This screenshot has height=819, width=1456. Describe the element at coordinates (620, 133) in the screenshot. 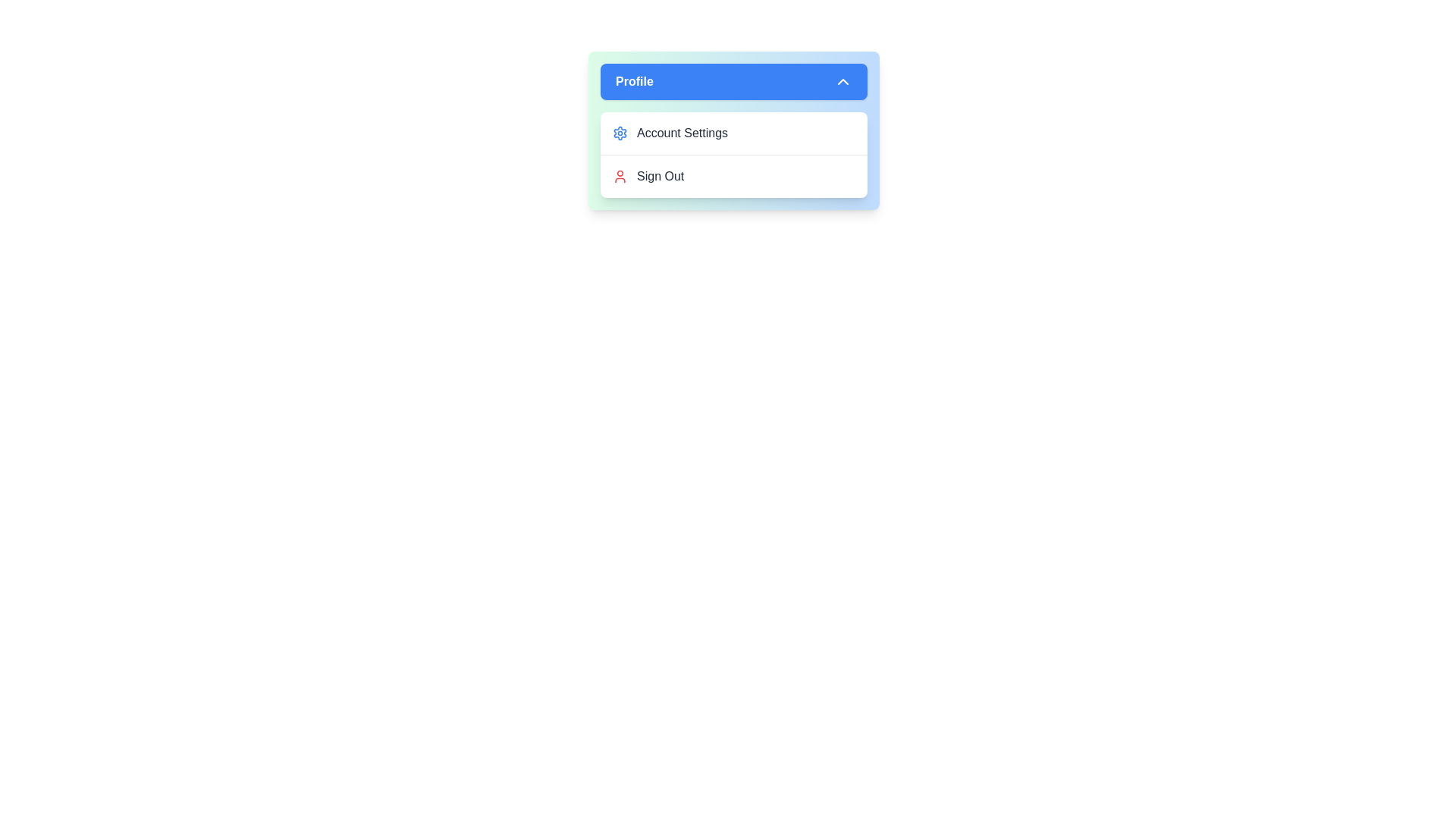

I see `the icon associated with Account Settings` at that location.